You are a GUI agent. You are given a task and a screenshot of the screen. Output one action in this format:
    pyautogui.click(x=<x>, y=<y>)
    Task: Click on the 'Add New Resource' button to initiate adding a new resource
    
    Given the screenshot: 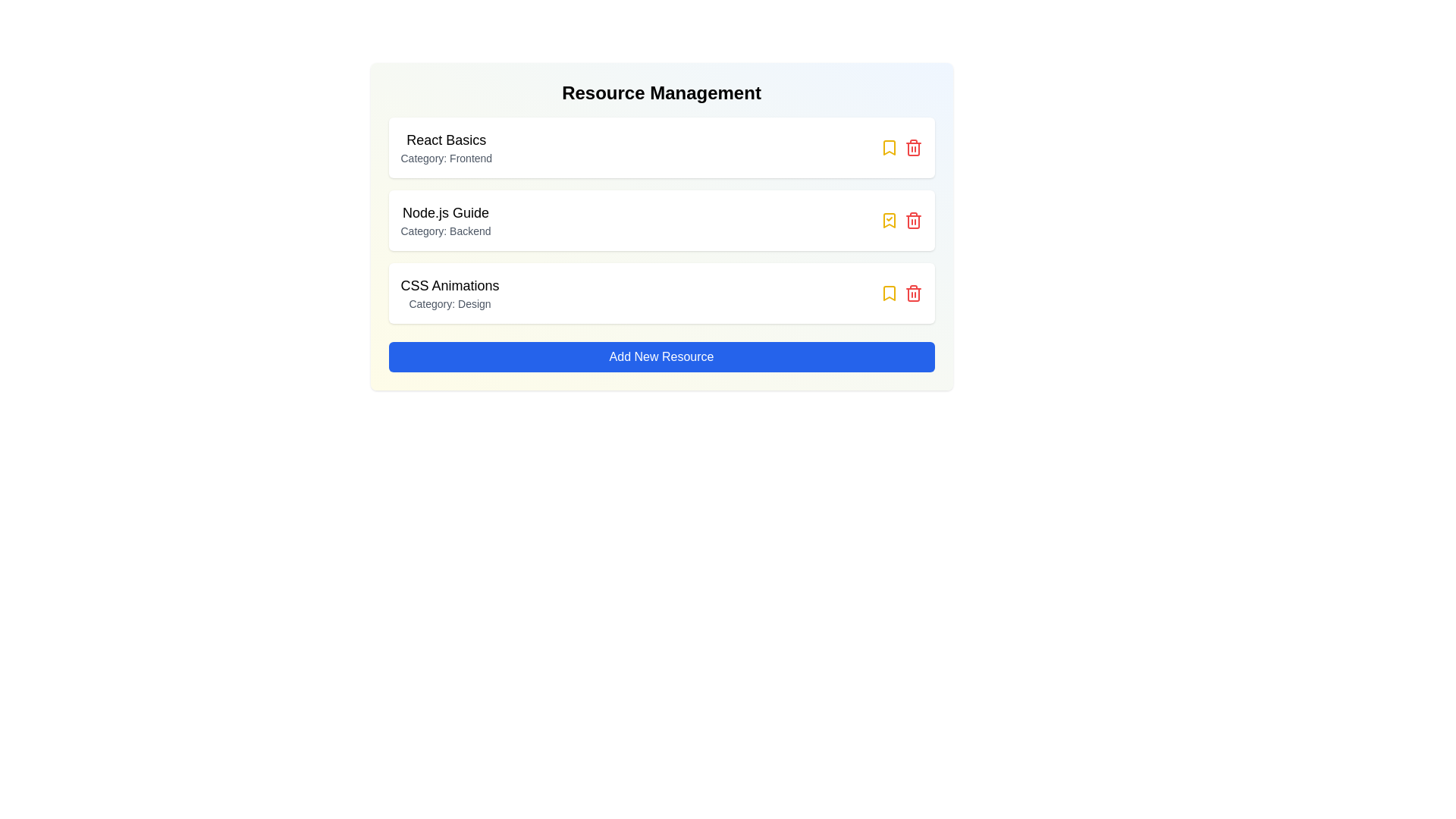 What is the action you would take?
    pyautogui.click(x=661, y=356)
    